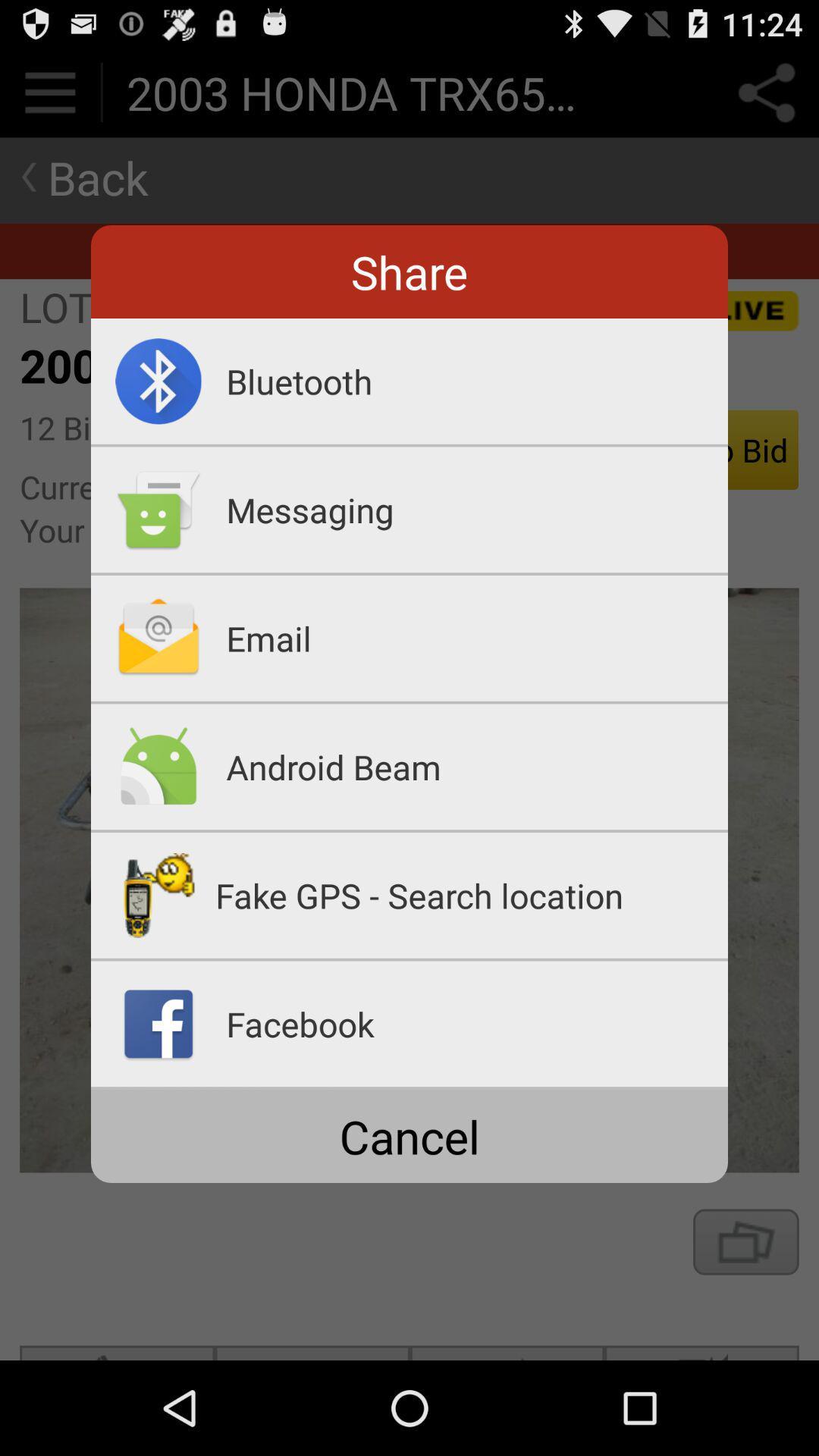 Image resolution: width=819 pixels, height=1456 pixels. I want to click on messaging icon, so click(476, 510).